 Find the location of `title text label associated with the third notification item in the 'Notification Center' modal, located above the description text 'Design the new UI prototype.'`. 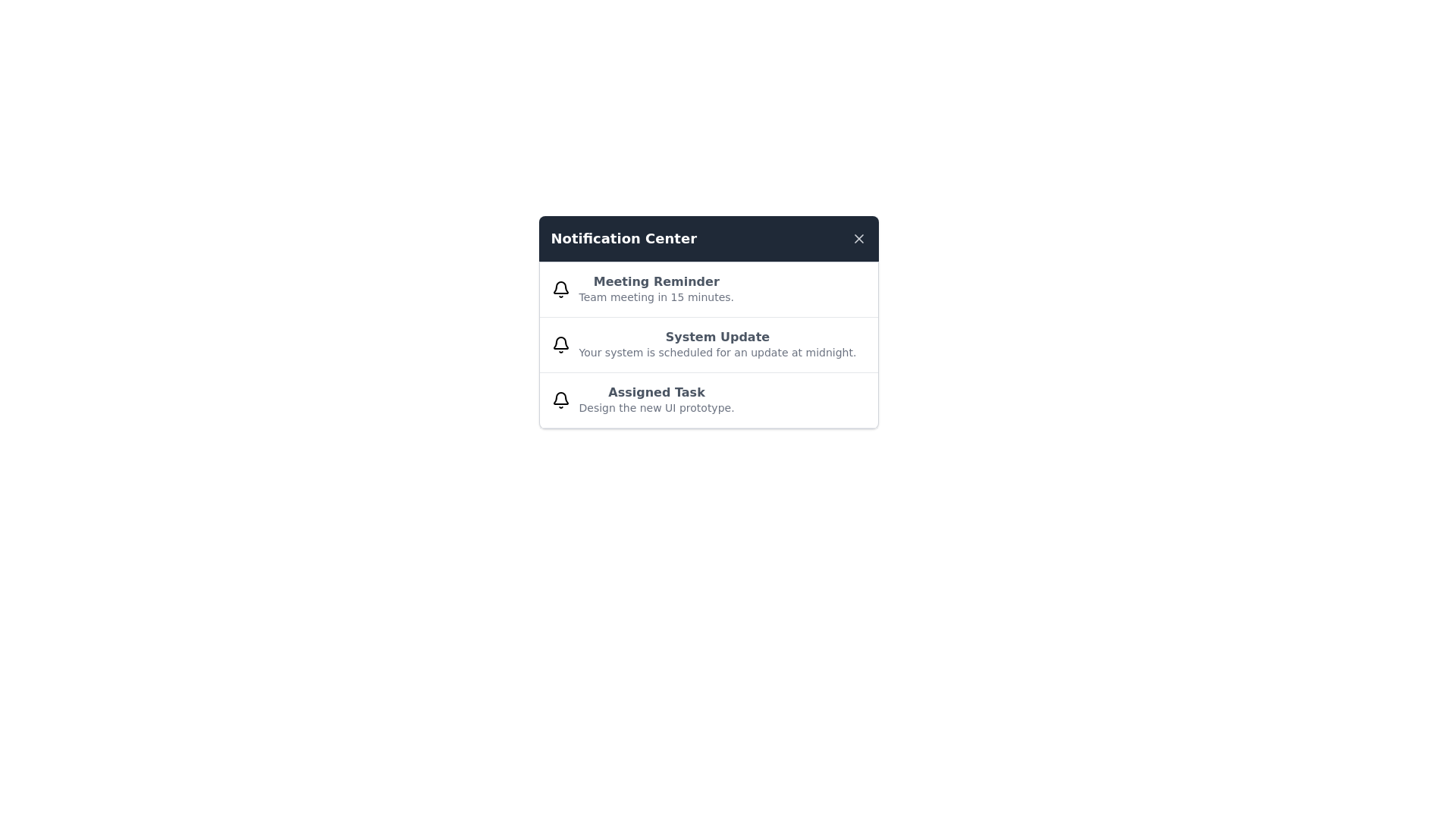

title text label associated with the third notification item in the 'Notification Center' modal, located above the description text 'Design the new UI prototype.' is located at coordinates (657, 391).